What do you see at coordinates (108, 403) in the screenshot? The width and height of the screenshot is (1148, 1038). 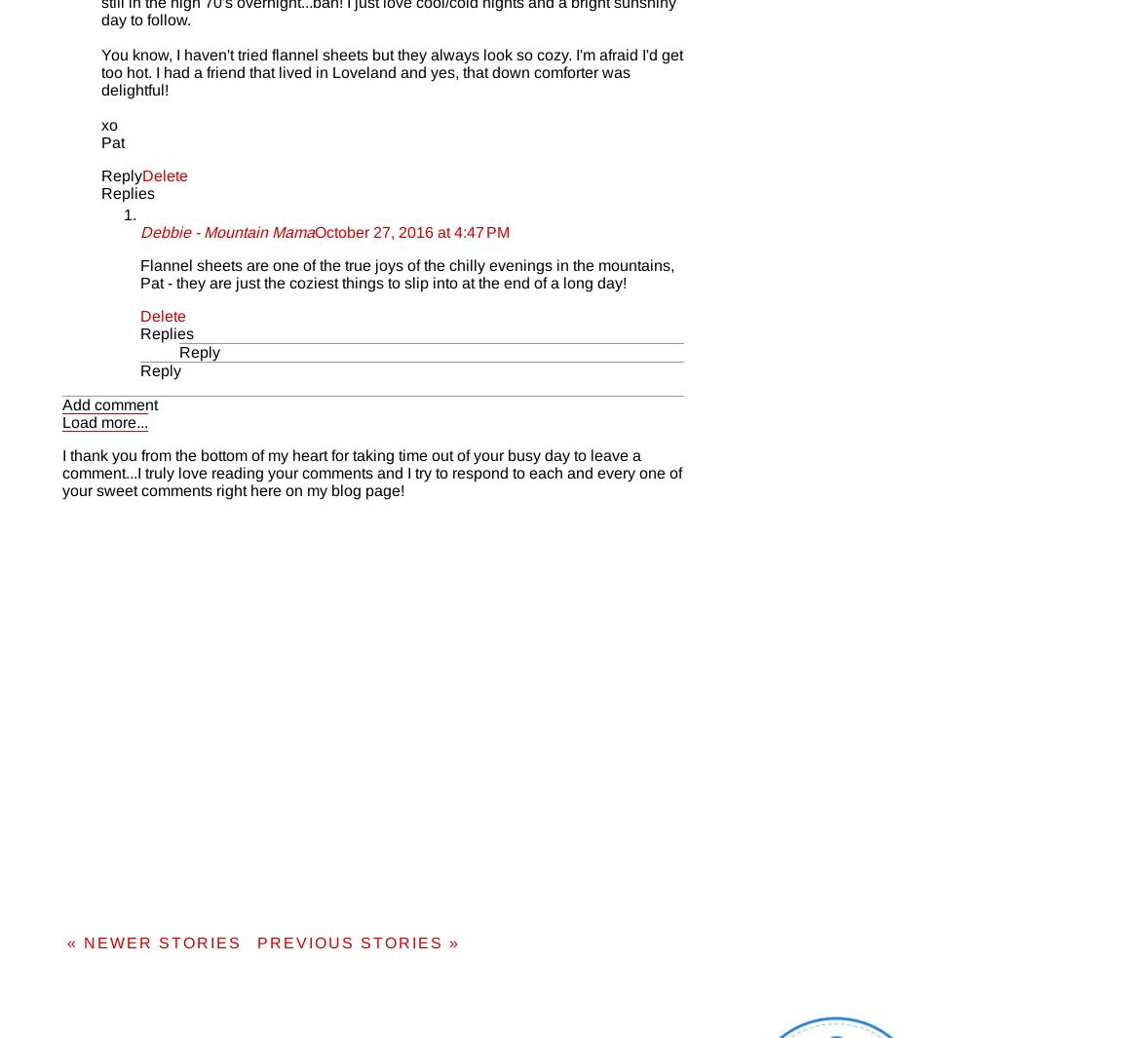 I see `'Add comment'` at bounding box center [108, 403].